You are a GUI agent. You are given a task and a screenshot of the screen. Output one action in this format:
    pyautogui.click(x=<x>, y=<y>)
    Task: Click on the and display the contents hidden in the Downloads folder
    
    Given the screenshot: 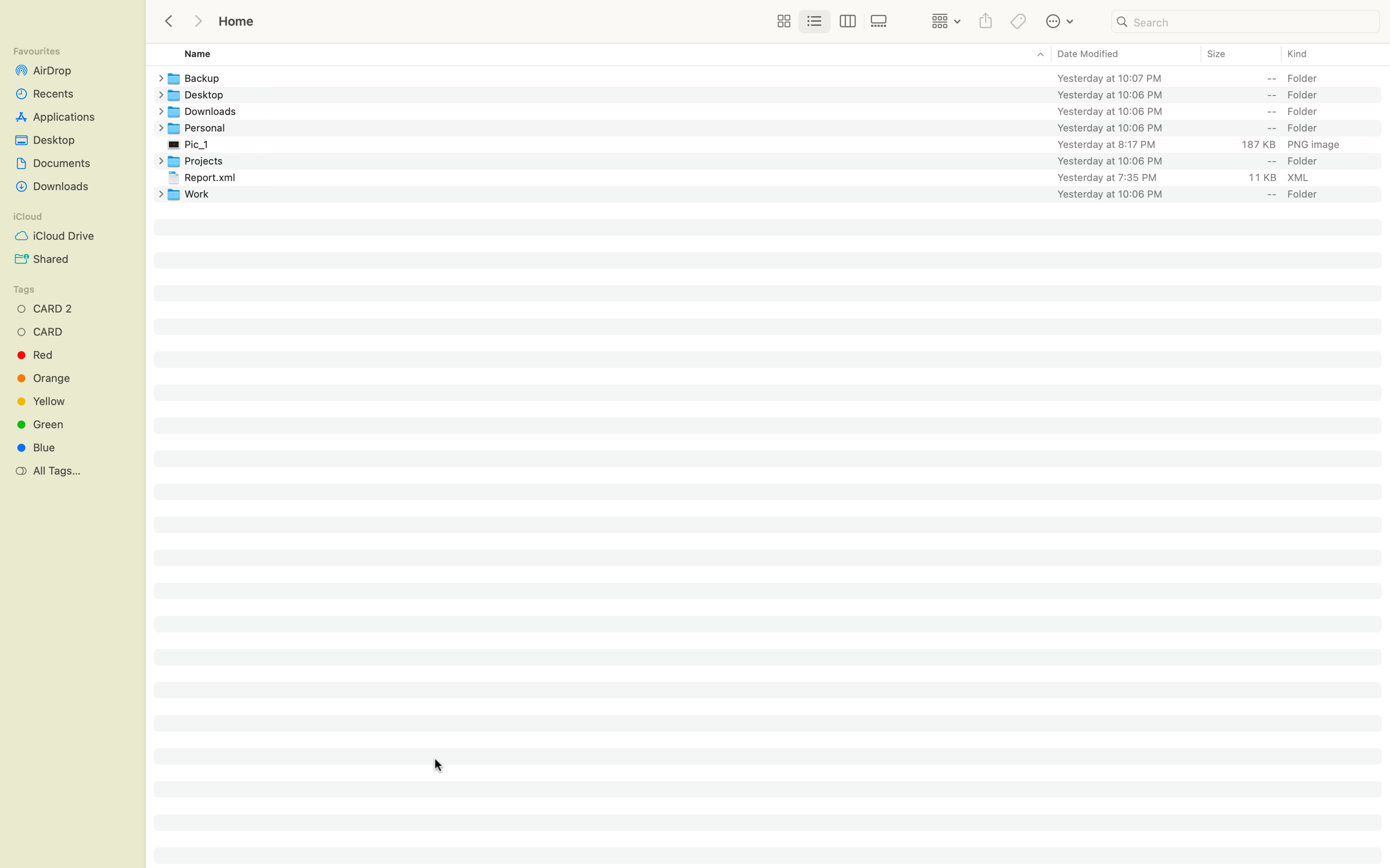 What is the action you would take?
    pyautogui.click(x=158, y=111)
    